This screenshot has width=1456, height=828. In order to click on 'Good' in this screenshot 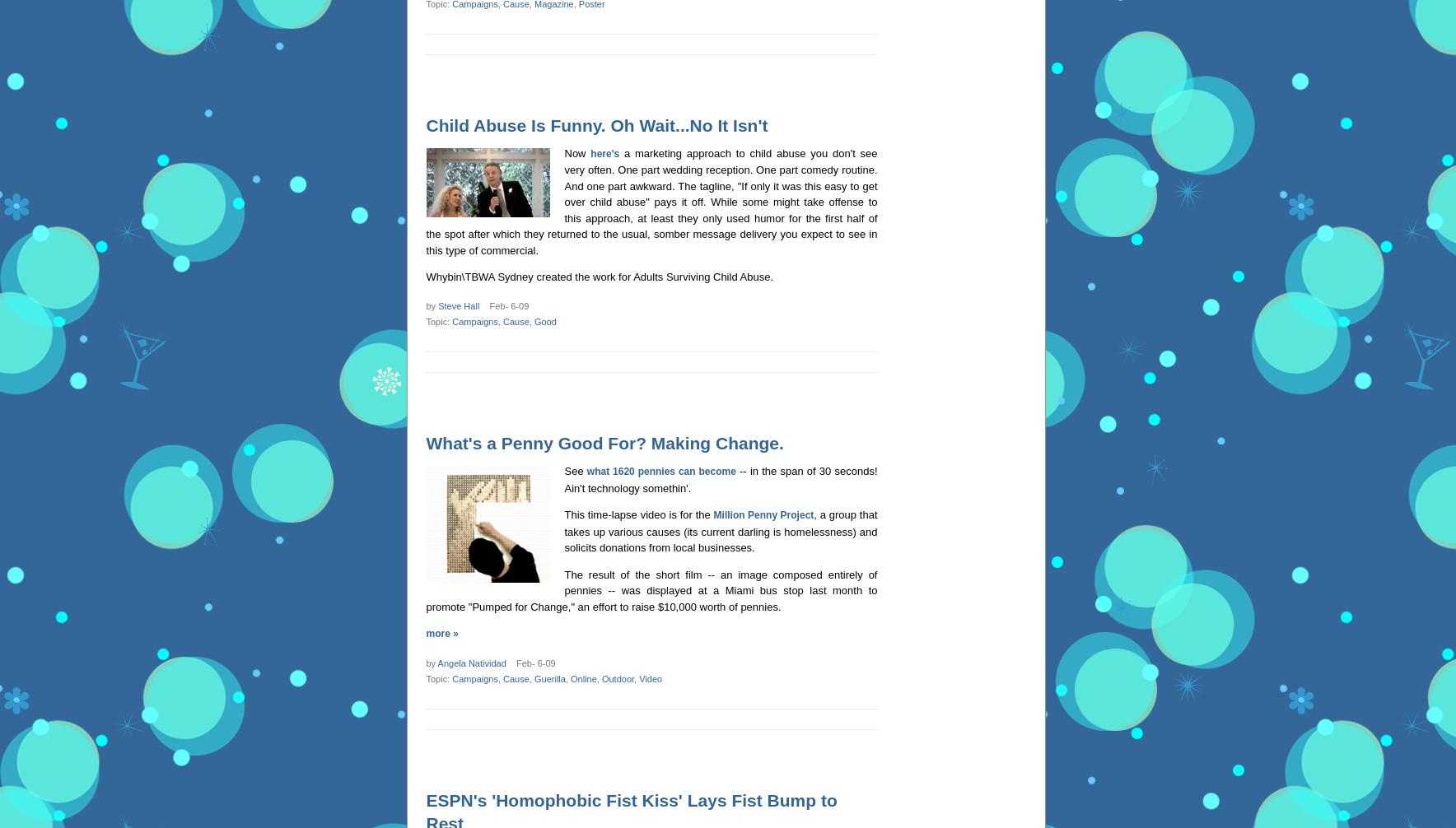, I will do `click(544, 321)`.